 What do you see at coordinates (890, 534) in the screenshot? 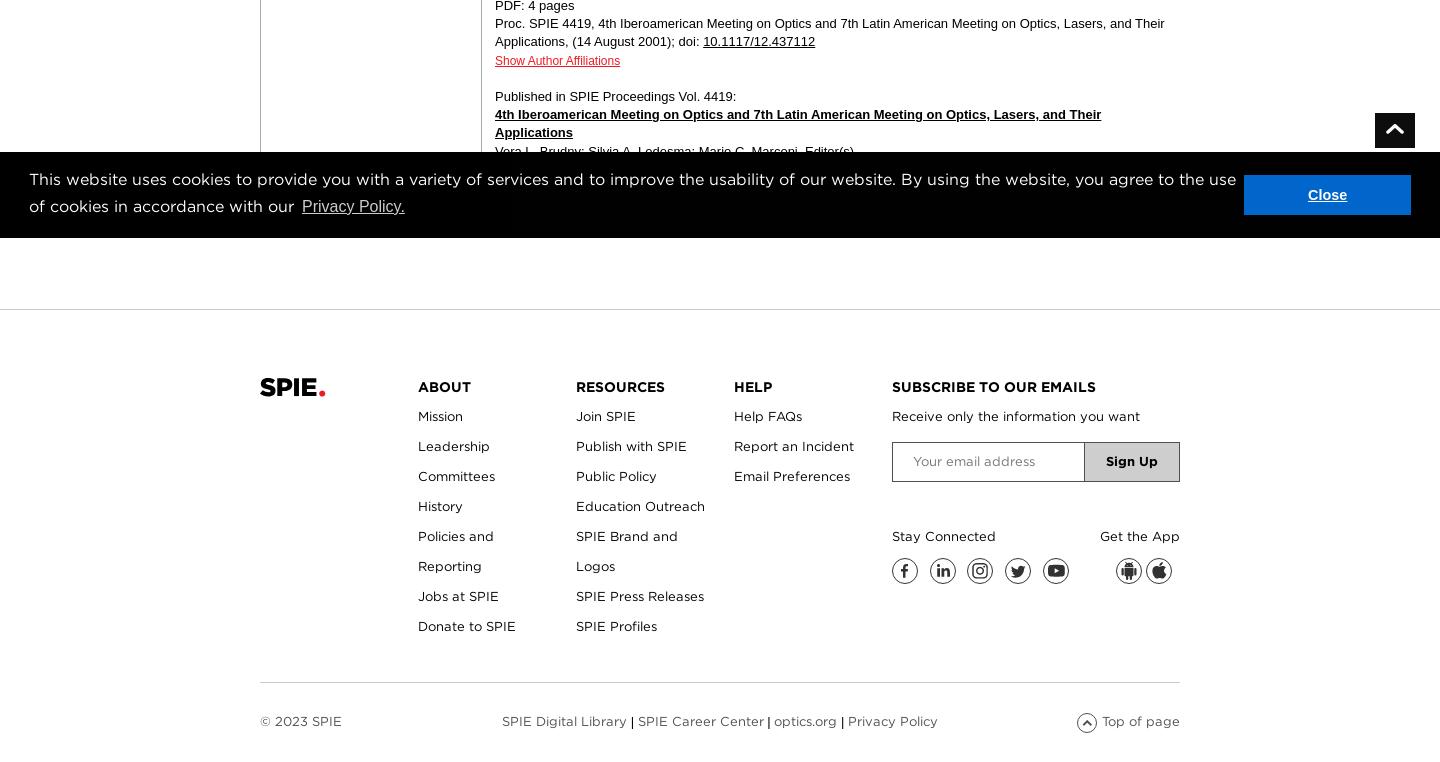
I see `'Stay Connected'` at bounding box center [890, 534].